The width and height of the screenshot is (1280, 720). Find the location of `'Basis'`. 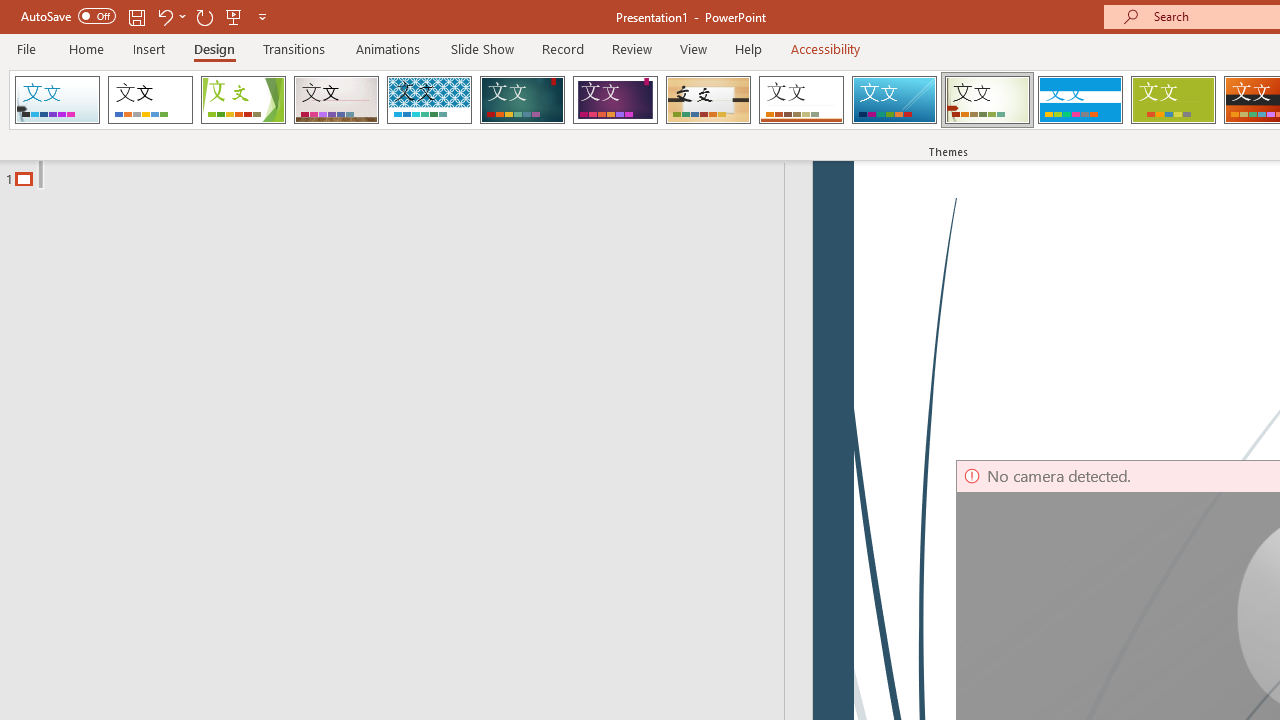

'Basis' is located at coordinates (1173, 100).